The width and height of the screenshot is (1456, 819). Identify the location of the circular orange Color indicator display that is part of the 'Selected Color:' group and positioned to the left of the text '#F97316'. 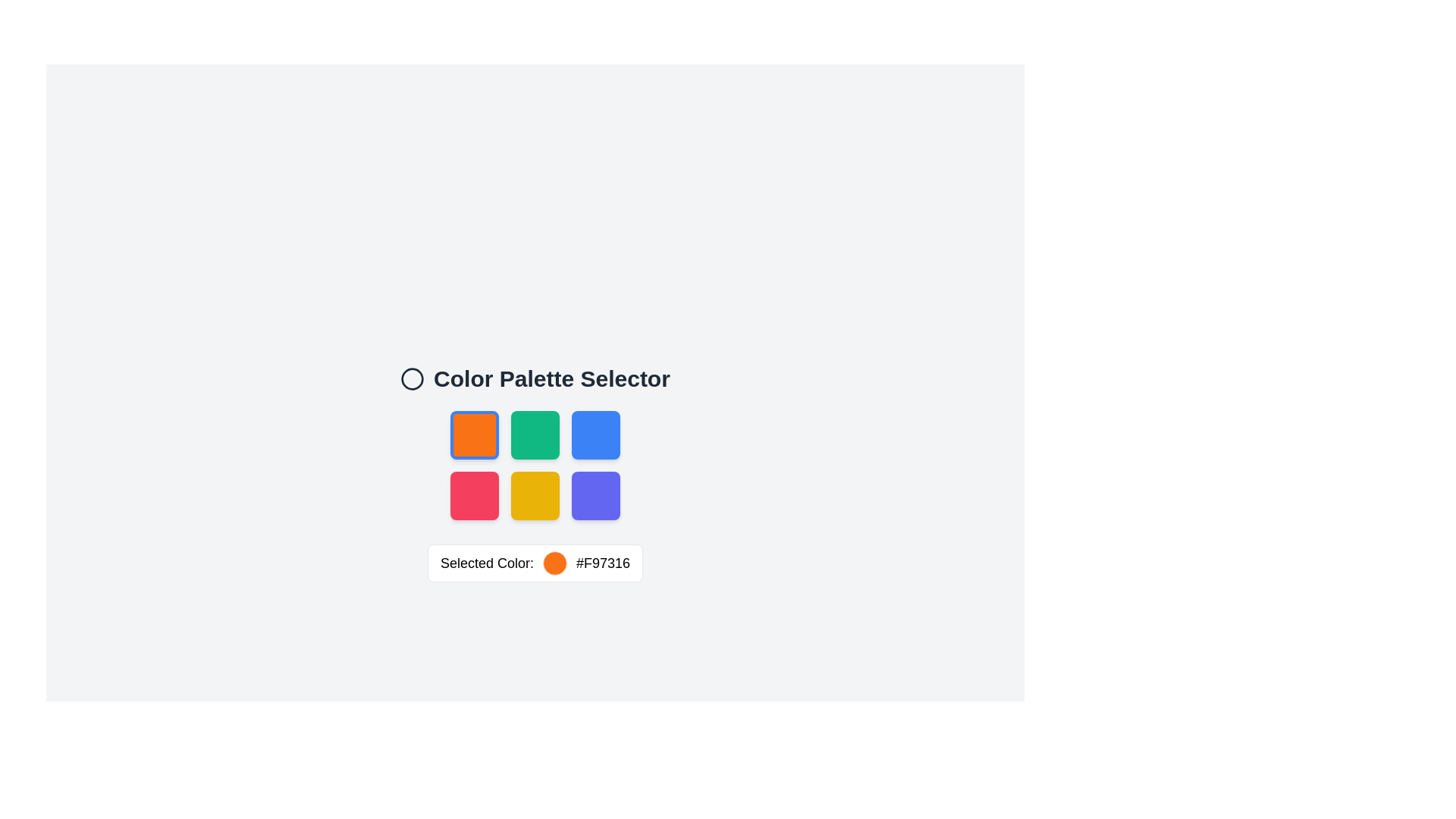
(554, 563).